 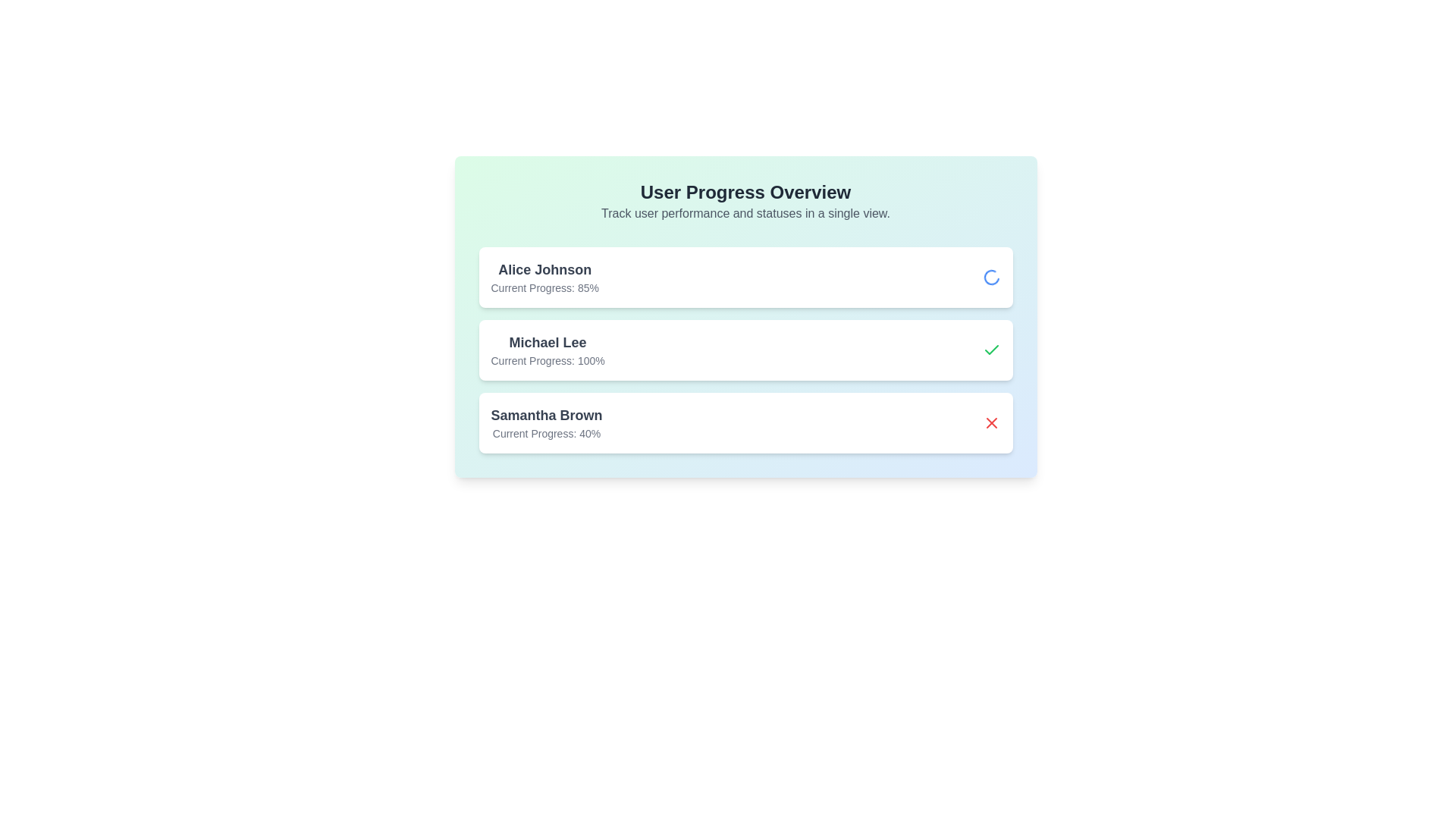 What do you see at coordinates (745, 423) in the screenshot?
I see `the user information card representing 'Samantha Brown', which is the third card in a vertically stacked list of three cards, located at the bottom of the stack` at bounding box center [745, 423].